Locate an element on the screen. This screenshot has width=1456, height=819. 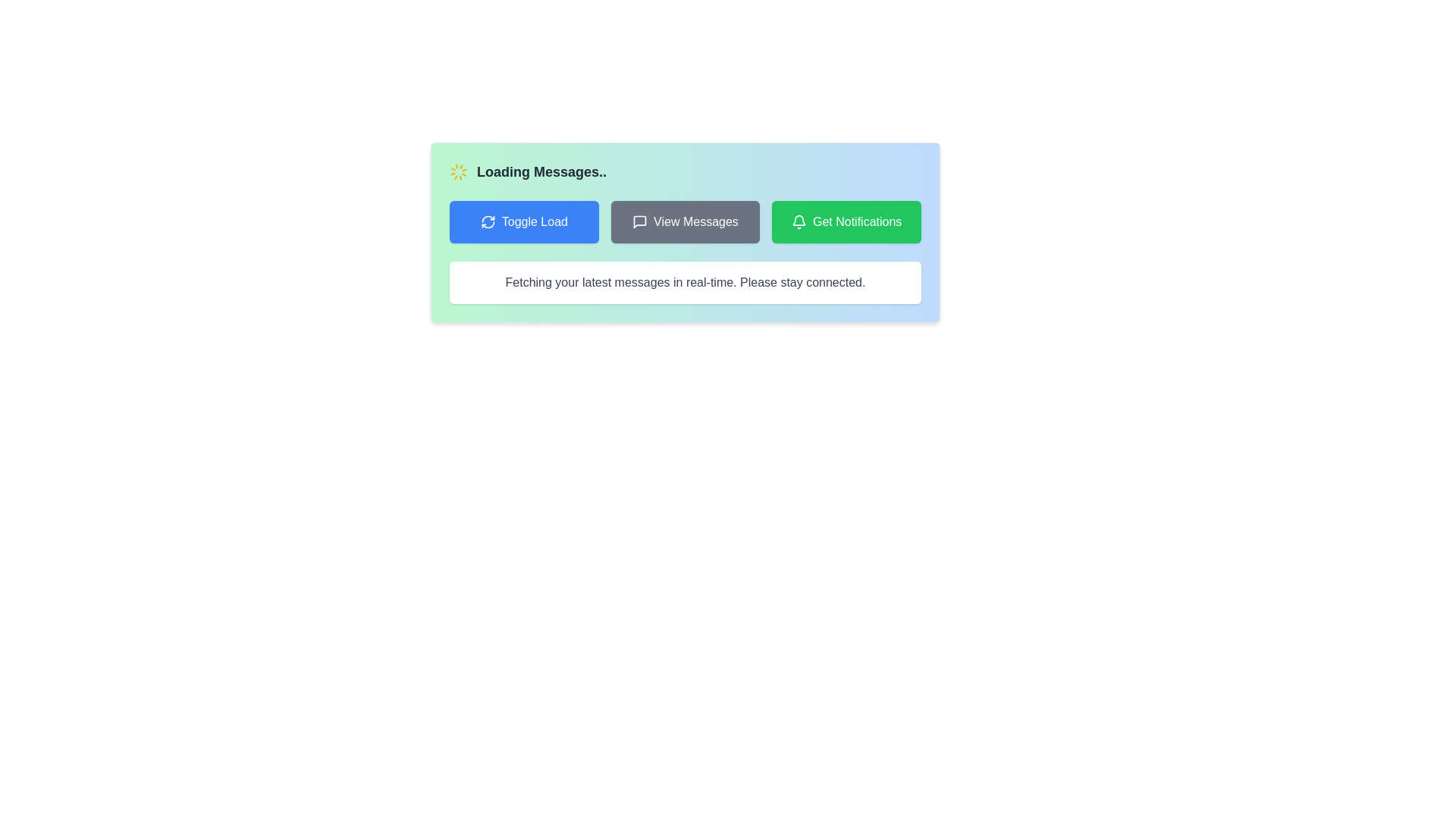
the toggle button located to the left of the 'View Messages' and 'Get Notifications' buttons, beneath the 'Loading Messages..' heading is located at coordinates (524, 222).